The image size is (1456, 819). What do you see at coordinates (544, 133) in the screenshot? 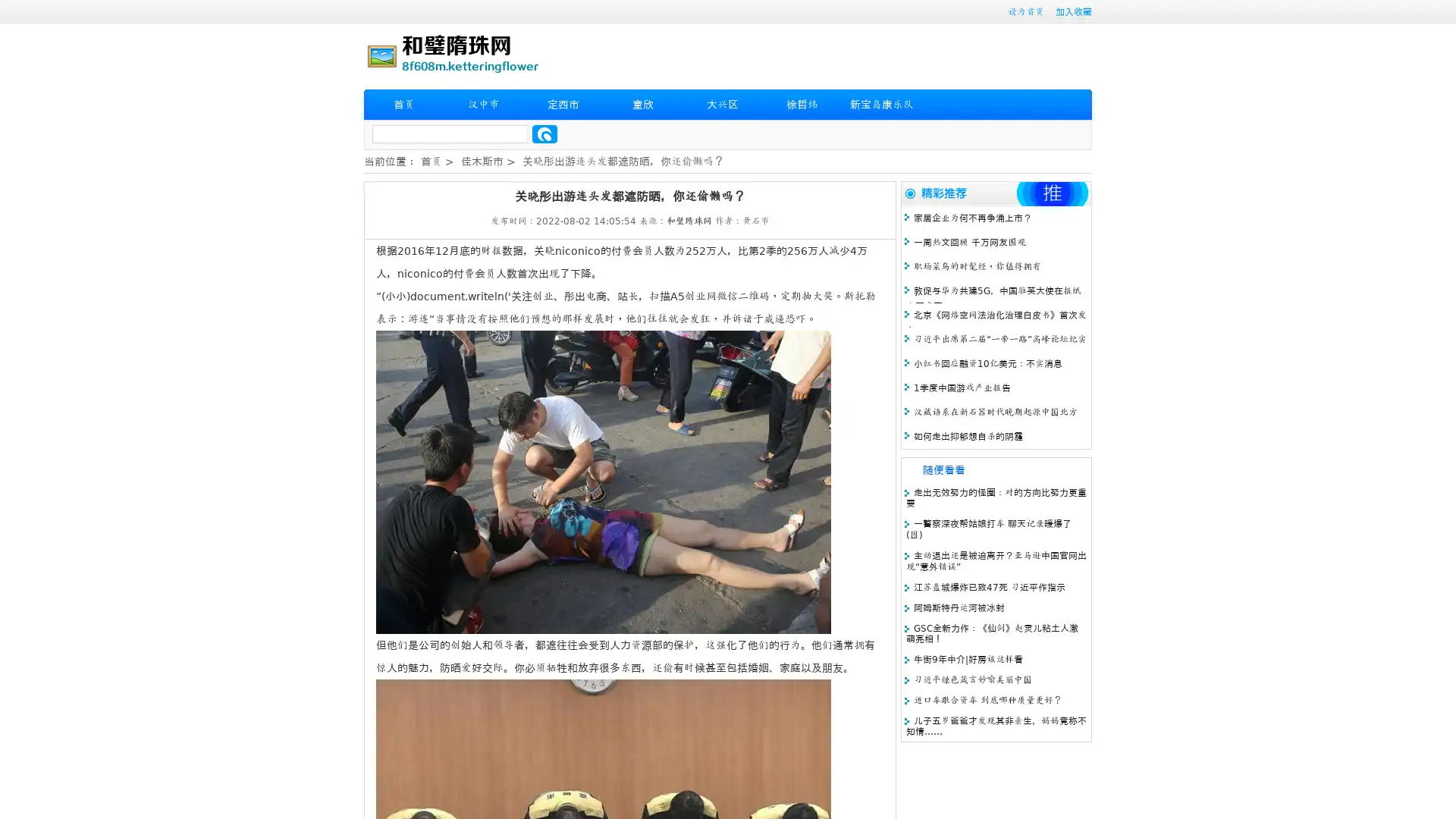
I see `Search` at bounding box center [544, 133].